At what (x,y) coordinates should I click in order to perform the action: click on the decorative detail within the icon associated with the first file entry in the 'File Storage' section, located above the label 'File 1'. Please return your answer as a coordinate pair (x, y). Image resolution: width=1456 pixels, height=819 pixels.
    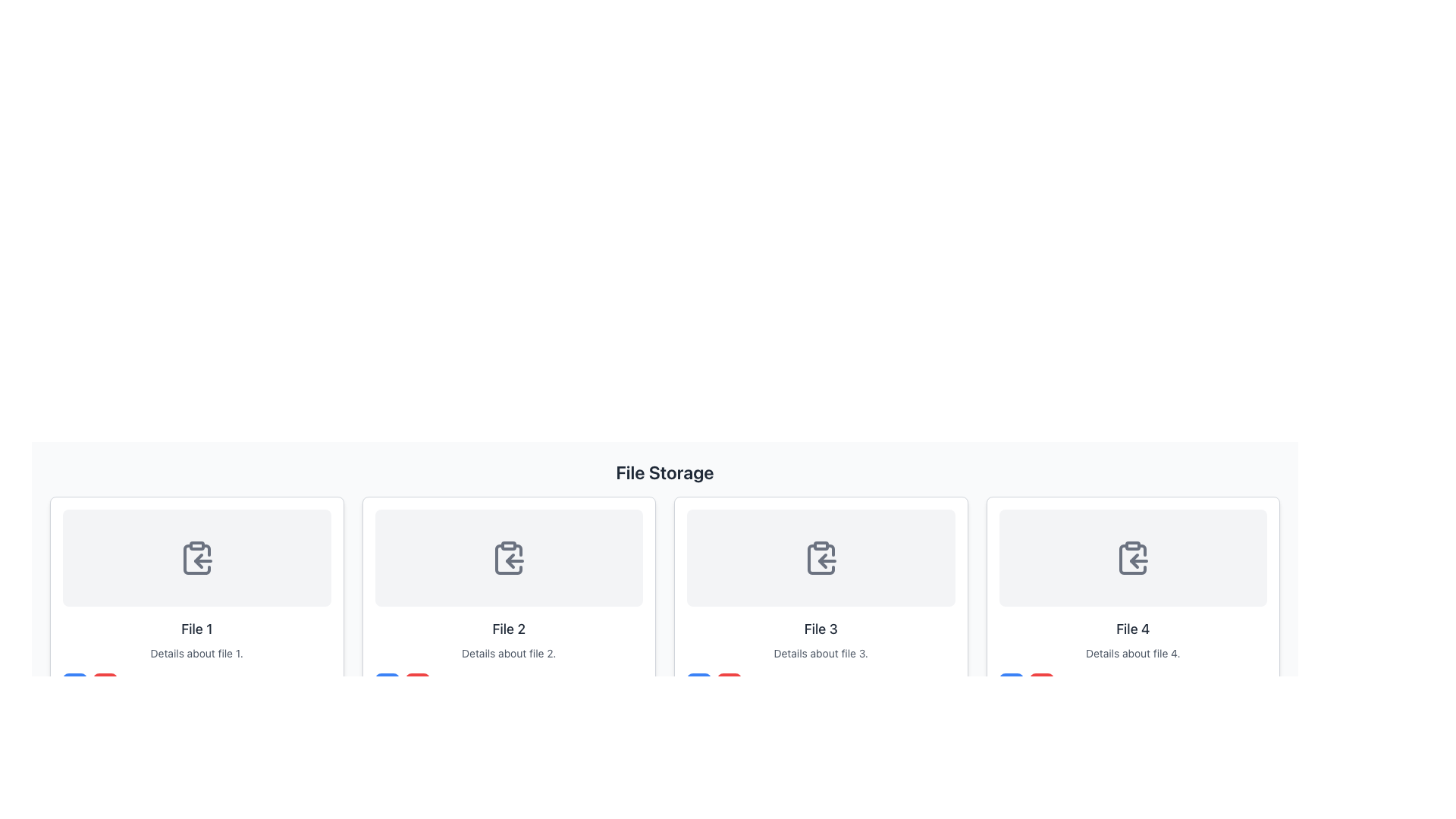
    Looking at the image, I should click on (196, 546).